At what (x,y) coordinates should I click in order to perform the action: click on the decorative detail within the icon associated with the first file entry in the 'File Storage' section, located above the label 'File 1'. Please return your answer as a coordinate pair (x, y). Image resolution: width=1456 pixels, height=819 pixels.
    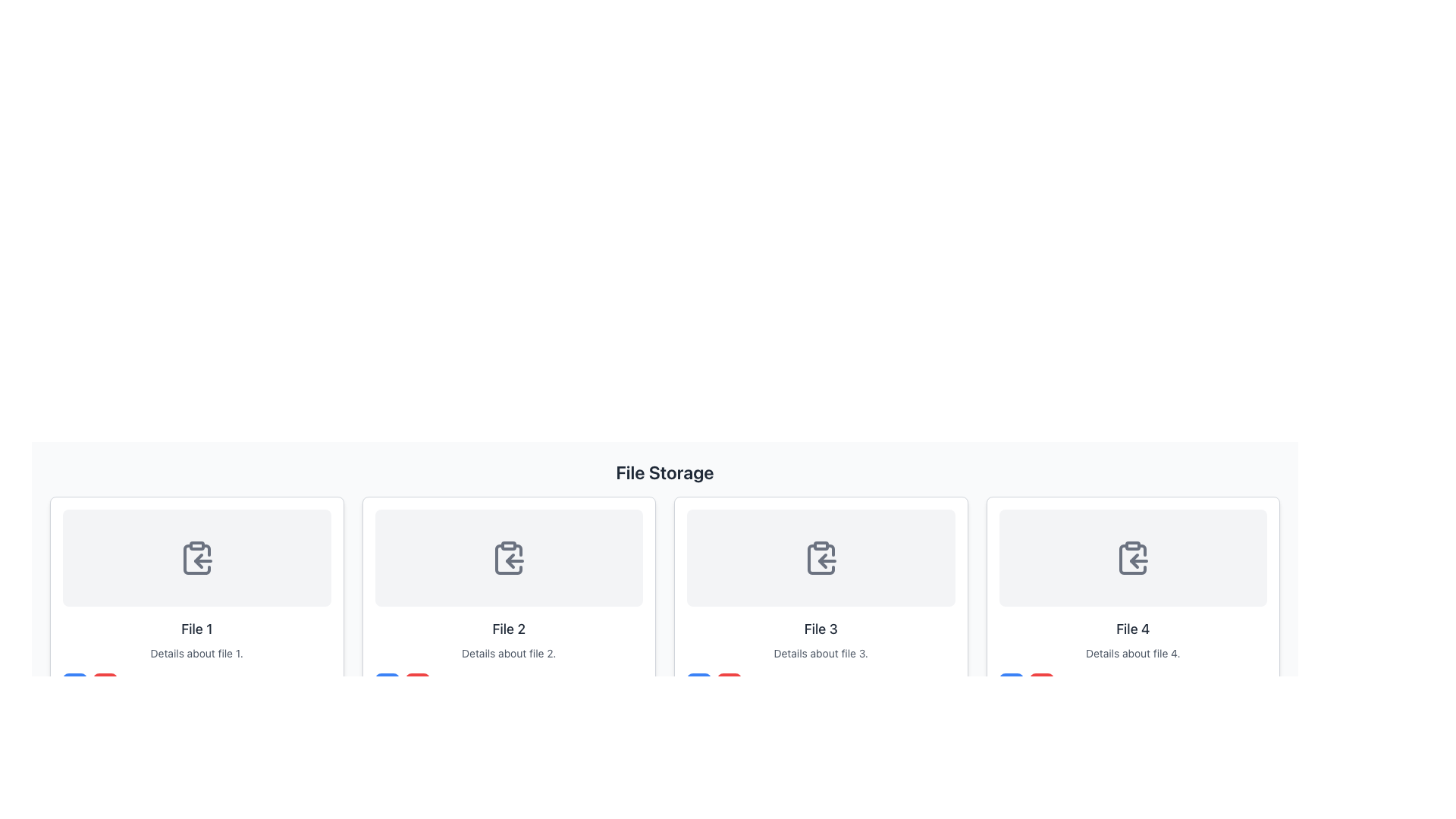
    Looking at the image, I should click on (196, 546).